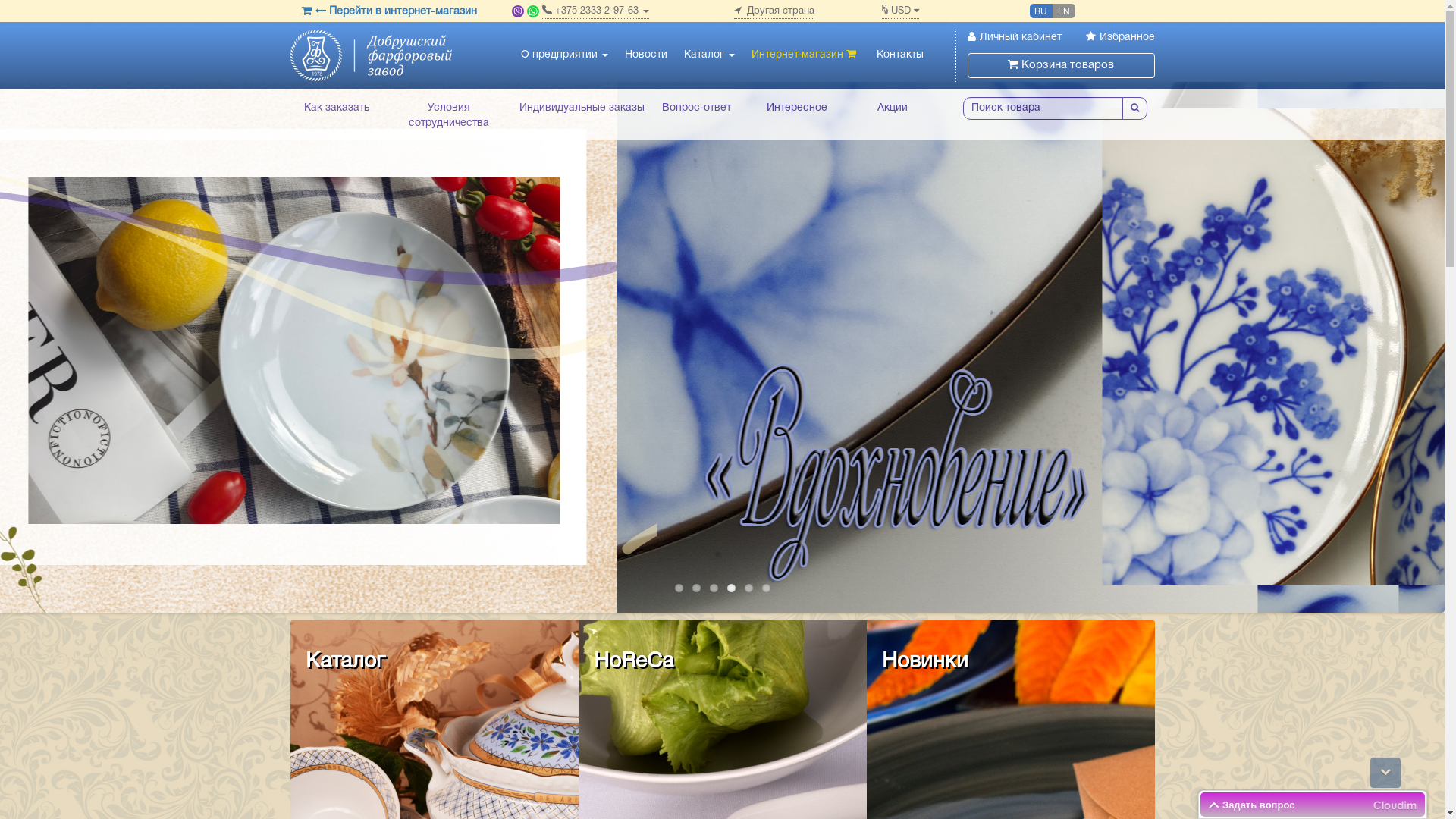 The image size is (1456, 819). I want to click on 'viber', so click(517, 11).